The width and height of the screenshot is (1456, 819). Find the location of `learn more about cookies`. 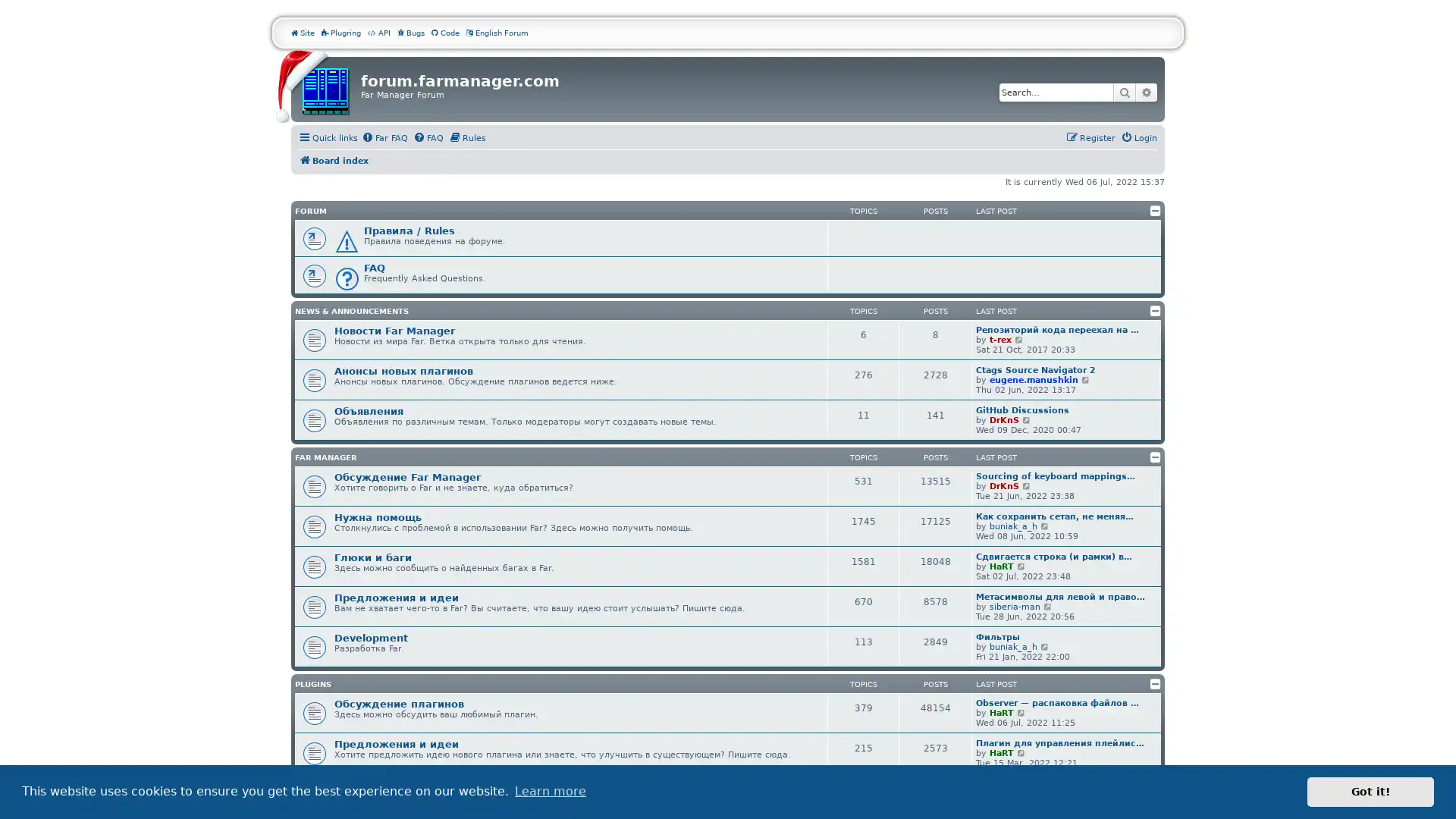

learn more about cookies is located at coordinates (549, 791).